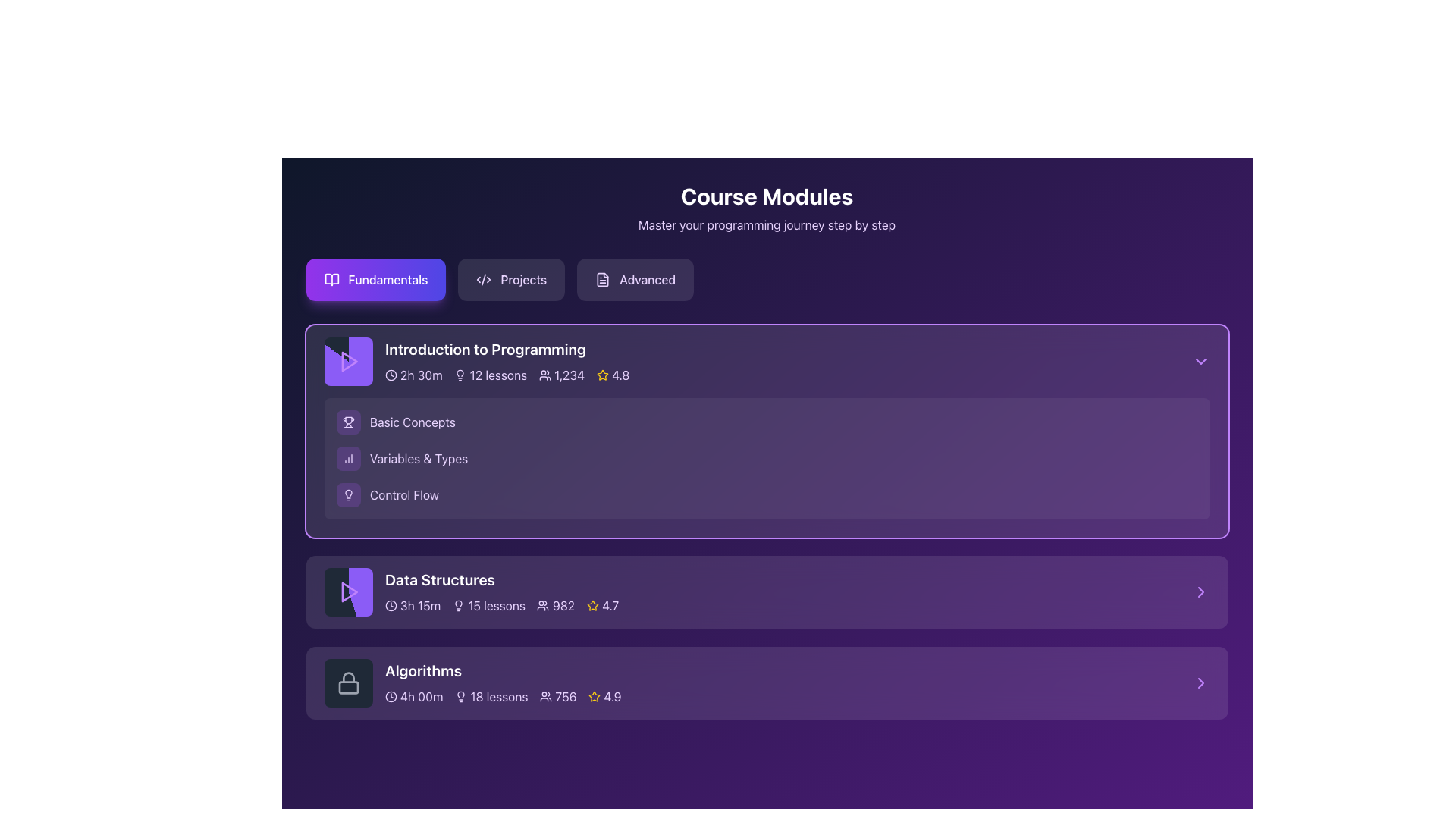 The image size is (1456, 819). Describe the element at coordinates (347, 420) in the screenshot. I see `the trophy icon, which represents achievements or success` at that location.